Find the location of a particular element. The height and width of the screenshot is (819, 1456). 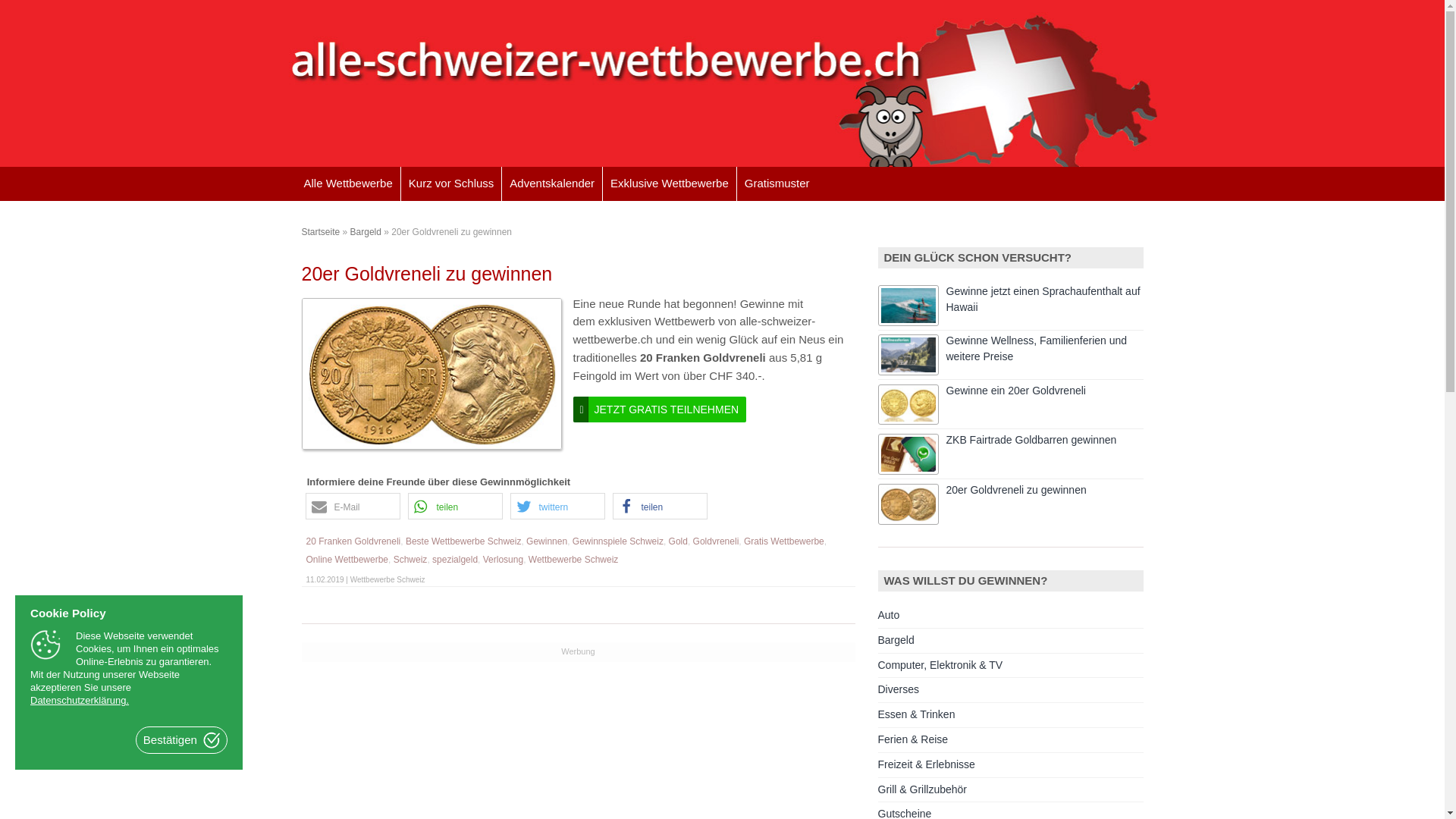

'Alle Wettbewerbe' is located at coordinates (347, 182).